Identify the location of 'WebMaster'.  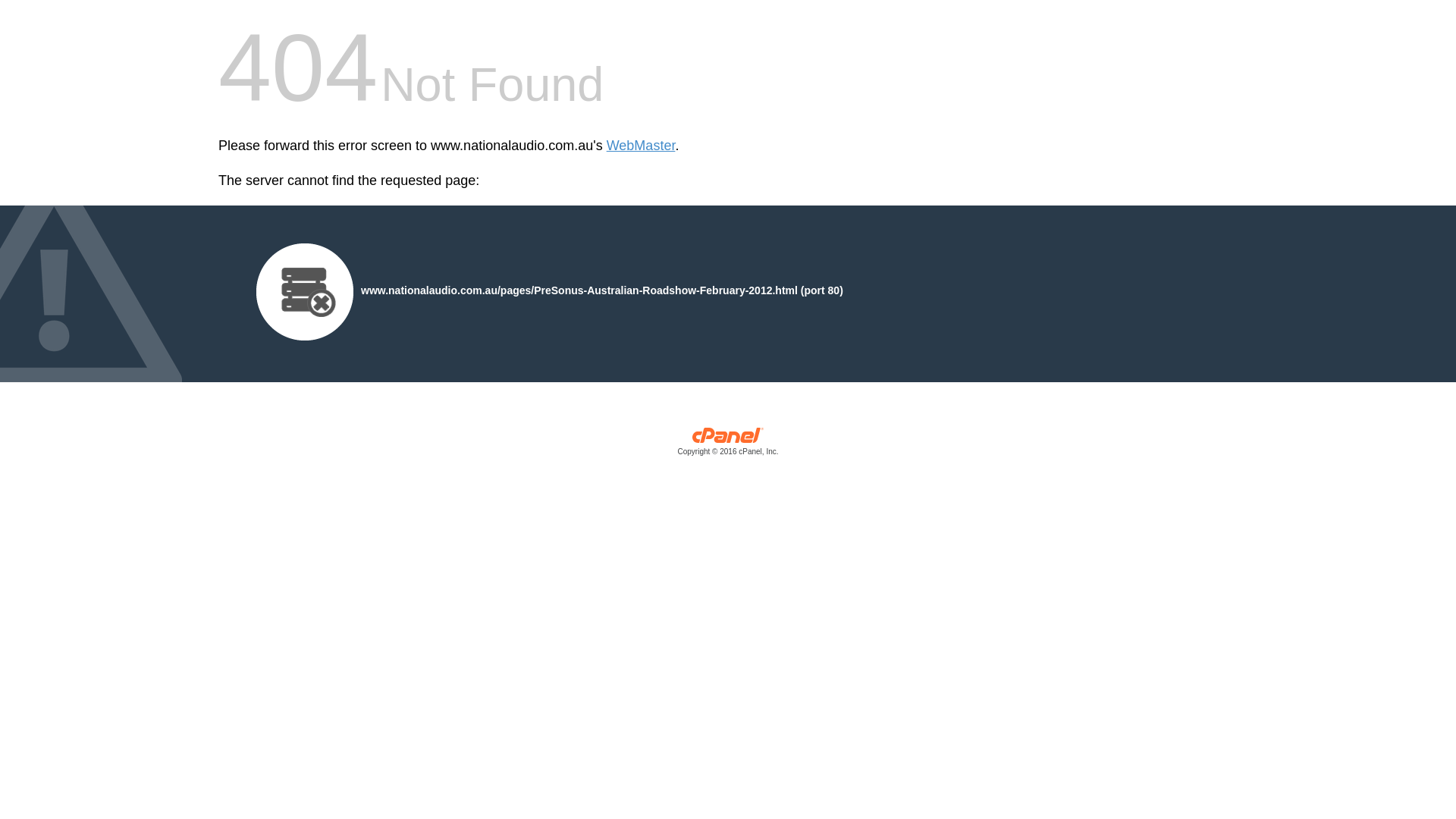
(641, 146).